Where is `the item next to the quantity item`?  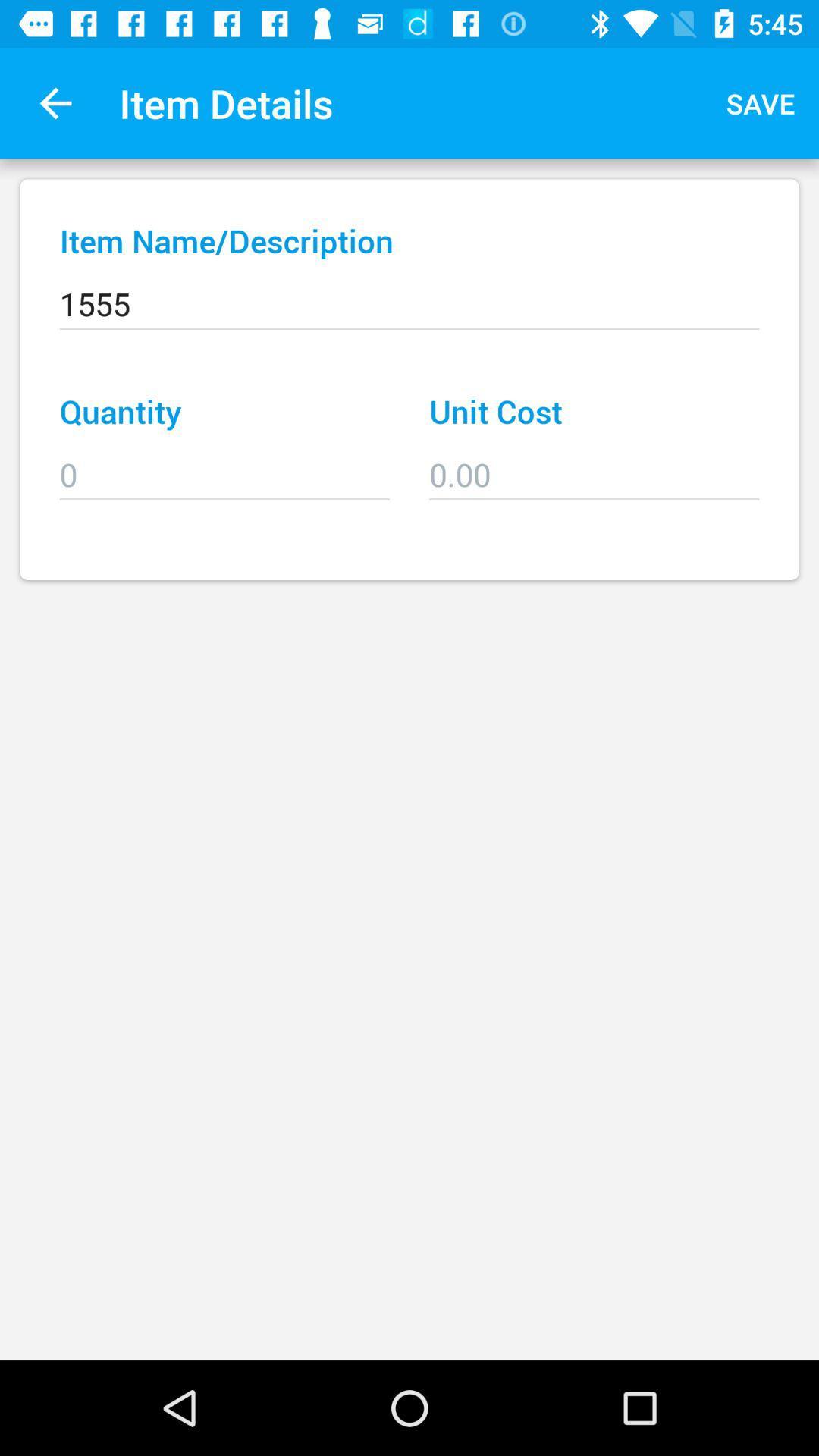 the item next to the quantity item is located at coordinates (593, 463).